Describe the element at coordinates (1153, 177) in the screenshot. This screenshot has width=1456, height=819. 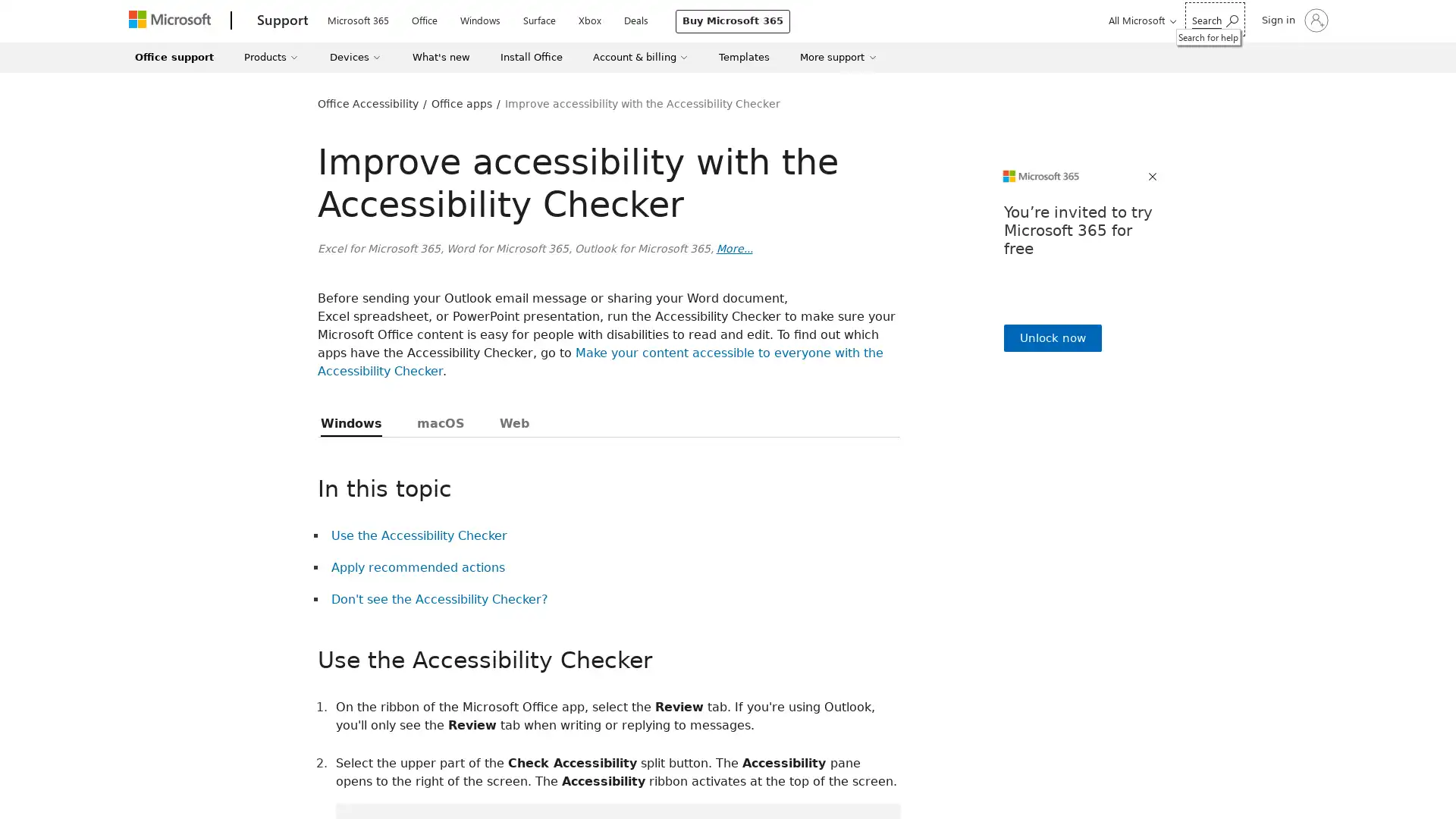
I see `Close upgrade banner` at that location.